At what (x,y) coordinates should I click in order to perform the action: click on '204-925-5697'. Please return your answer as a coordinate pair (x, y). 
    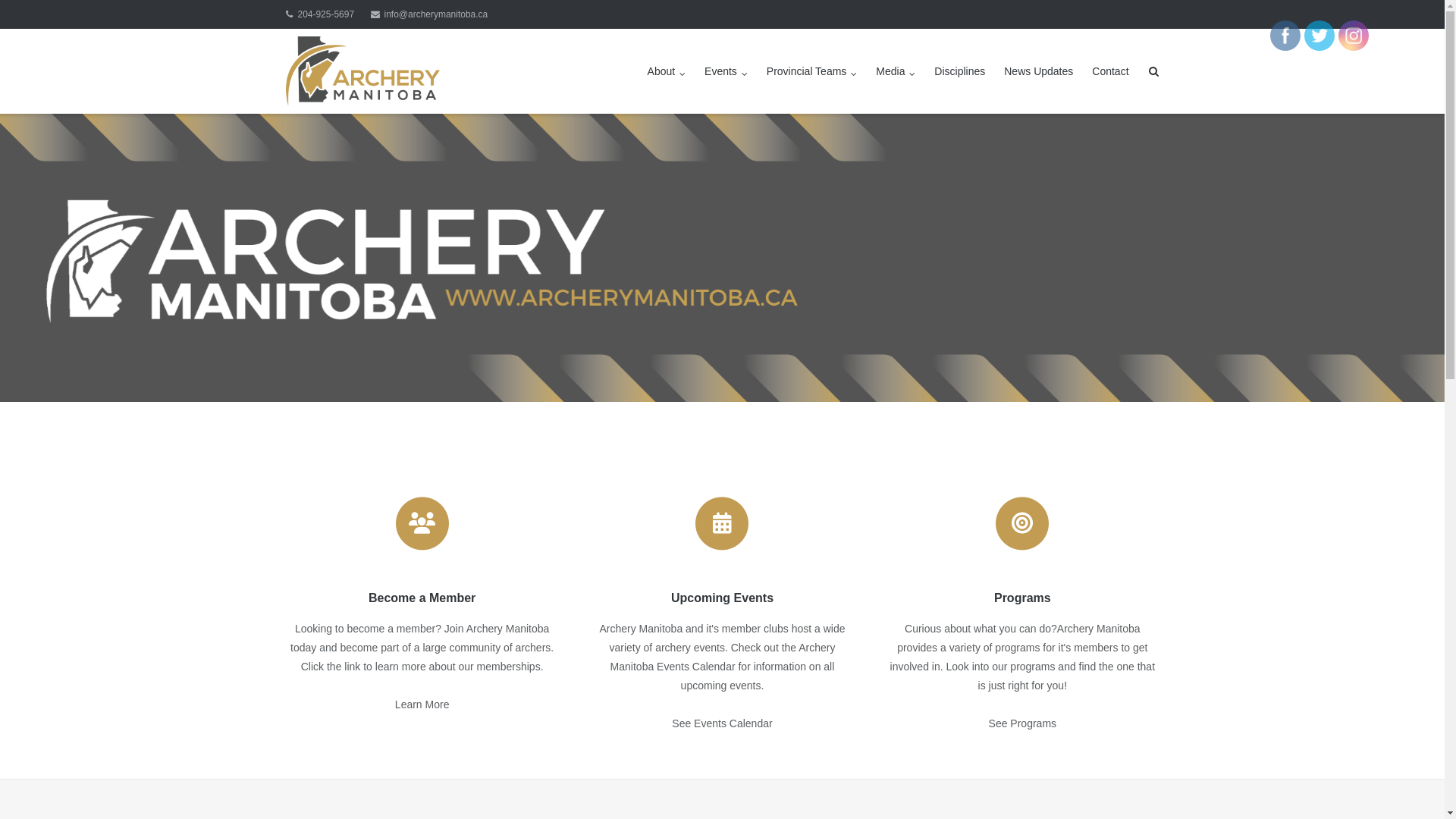
    Looking at the image, I should click on (319, 14).